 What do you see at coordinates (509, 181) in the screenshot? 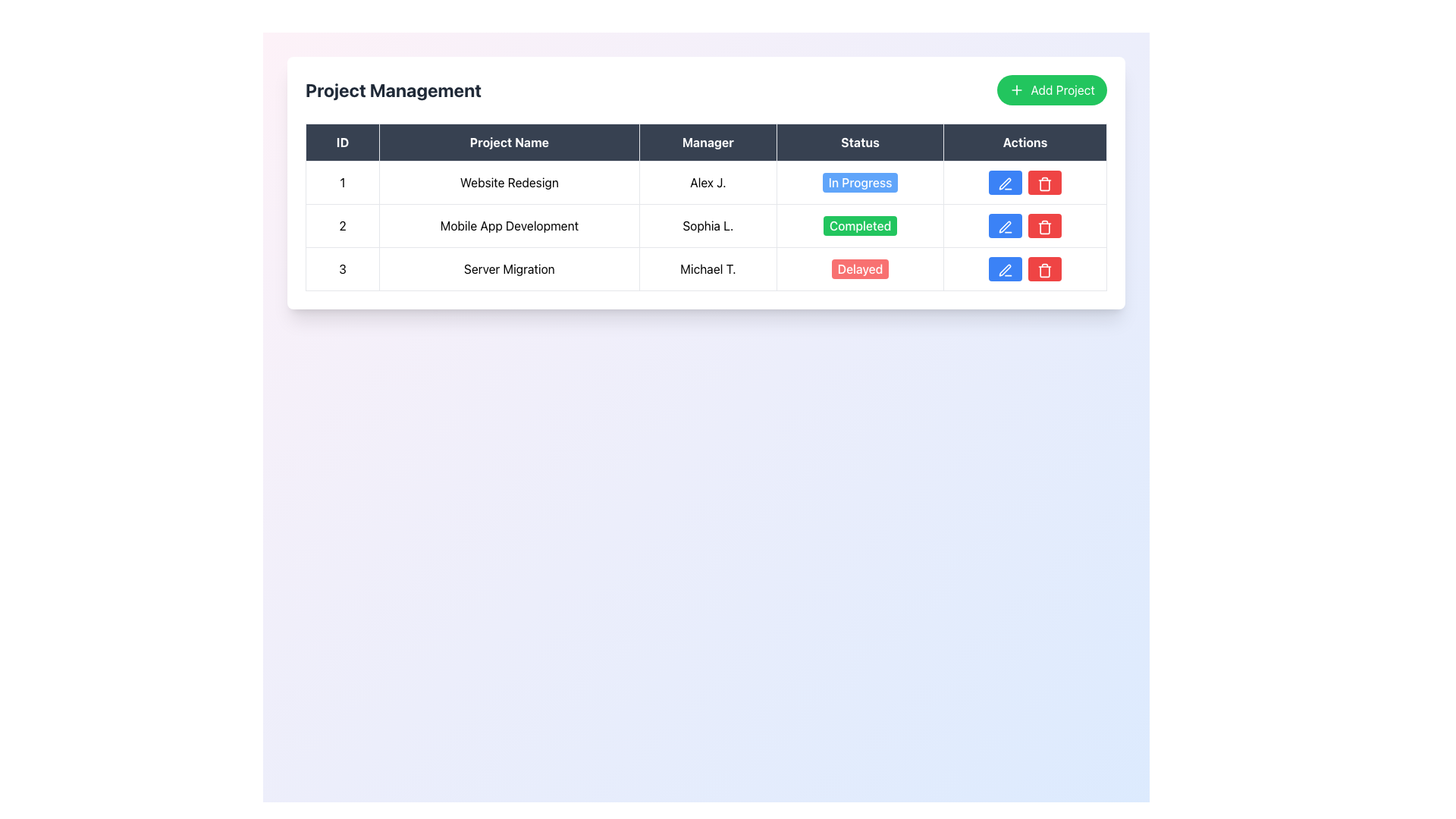
I see `the text label identifying the project name 'Website Redesign' located in the second column of the first row under 'Project Management'` at bounding box center [509, 181].